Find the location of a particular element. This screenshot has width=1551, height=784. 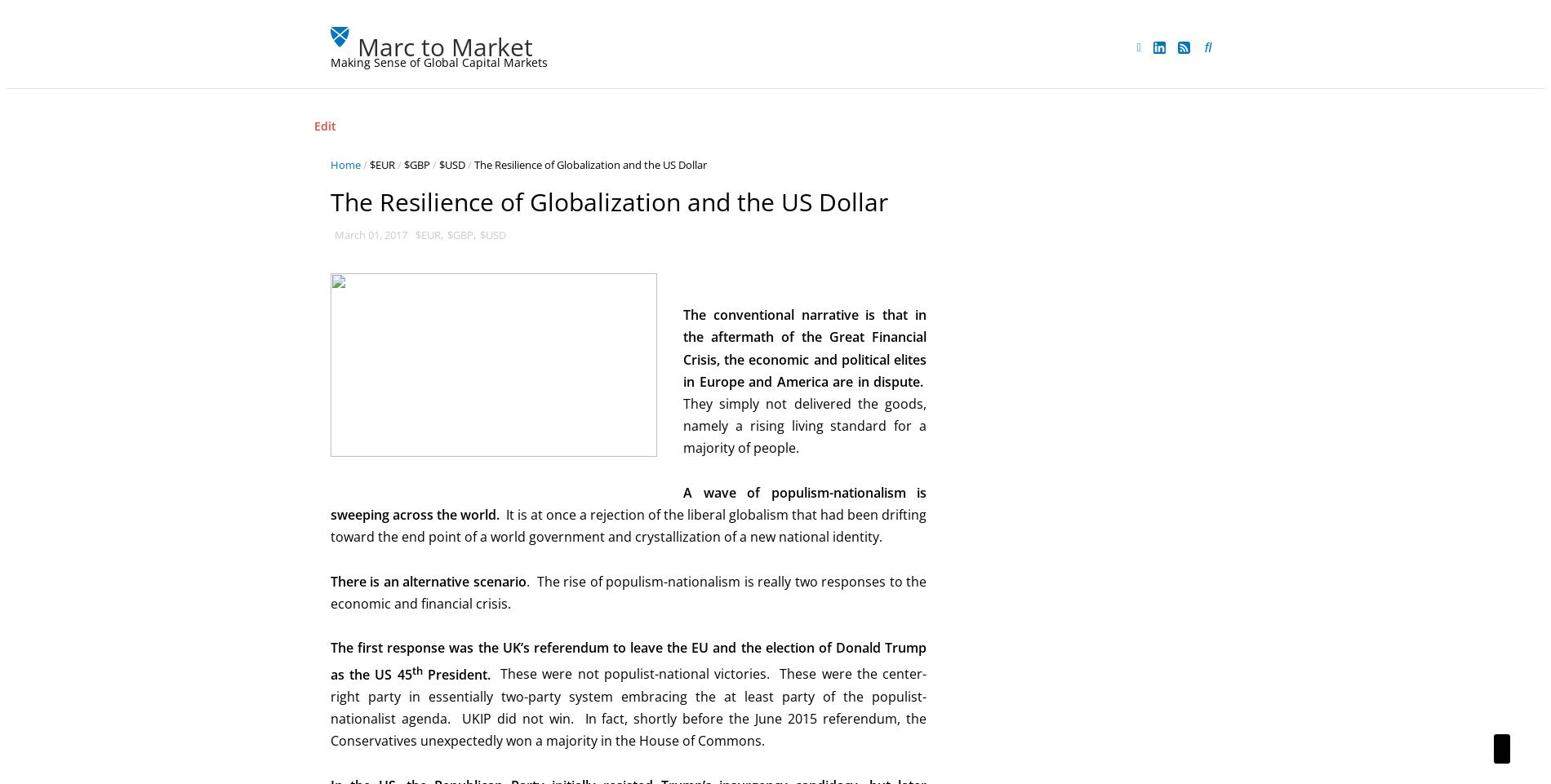

'Marc Chandler is Chief Market Strategist at Bannockburn Global Forex.' is located at coordinates (1105, 233).